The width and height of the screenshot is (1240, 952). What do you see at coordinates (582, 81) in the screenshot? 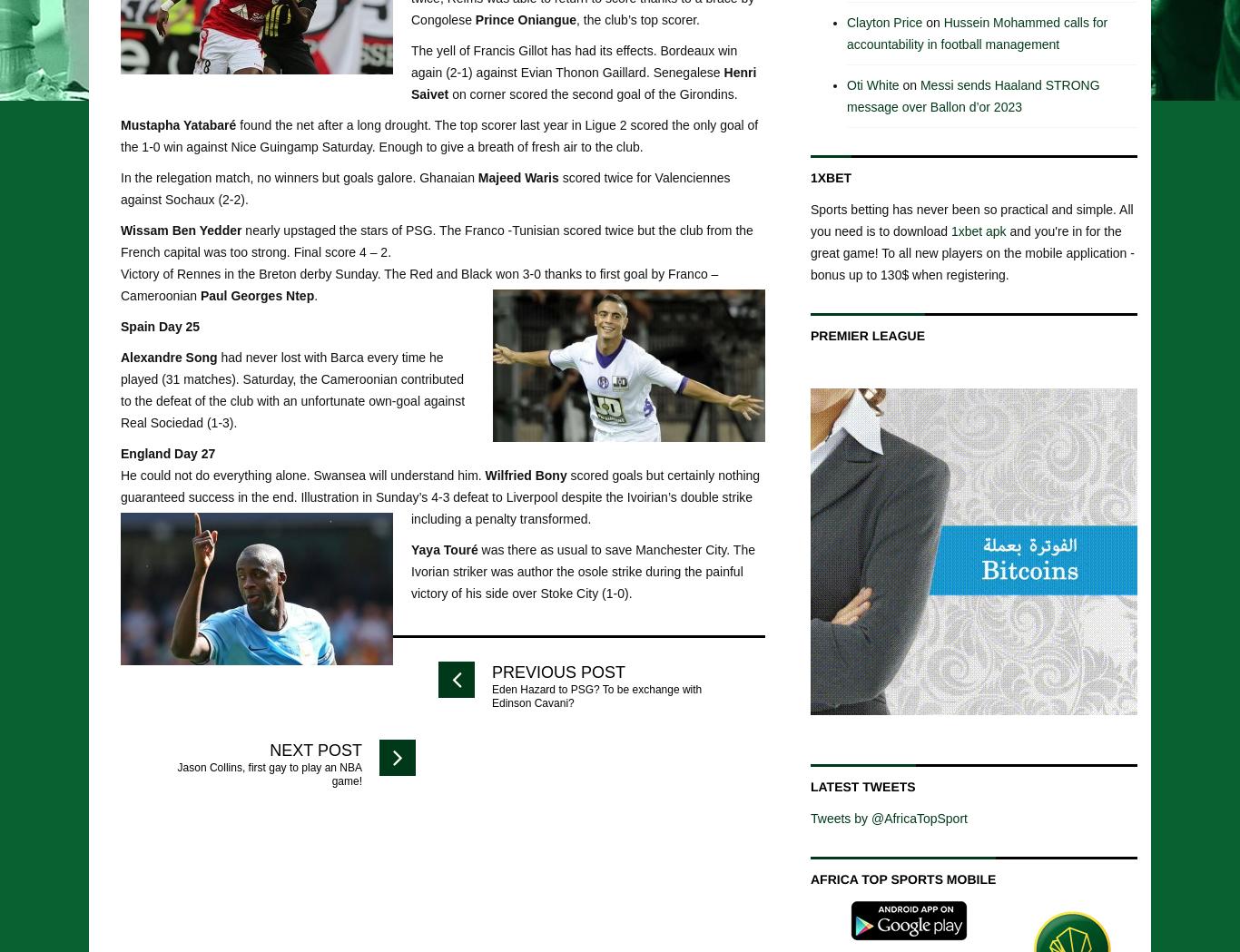
I see `'Henri Saivet'` at bounding box center [582, 81].